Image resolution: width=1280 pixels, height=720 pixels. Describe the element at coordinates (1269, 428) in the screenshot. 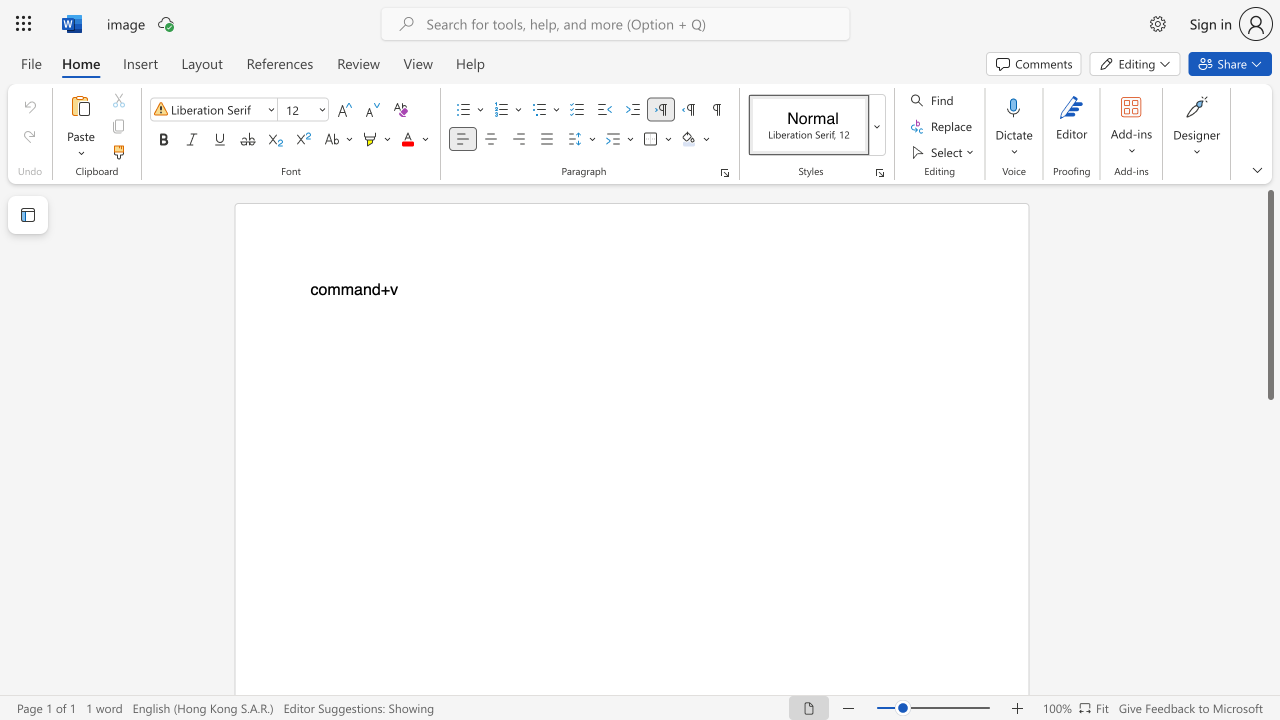

I see `the right-hand scrollbar to descend the page` at that location.